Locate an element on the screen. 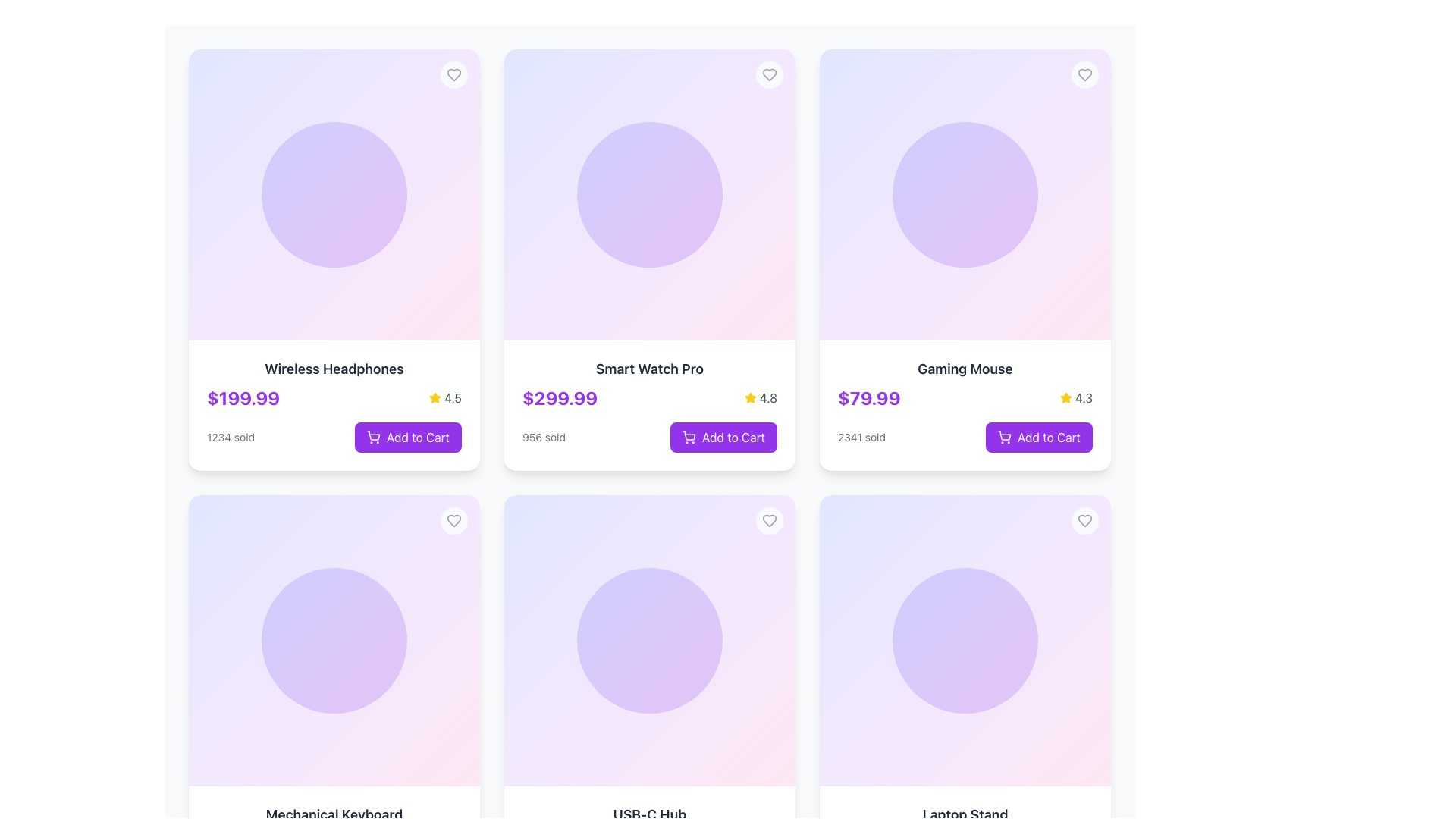  text label 'Add to Cart' which is embedded within the purple button on the product card for 'Smart Watch Pro' is located at coordinates (733, 438).